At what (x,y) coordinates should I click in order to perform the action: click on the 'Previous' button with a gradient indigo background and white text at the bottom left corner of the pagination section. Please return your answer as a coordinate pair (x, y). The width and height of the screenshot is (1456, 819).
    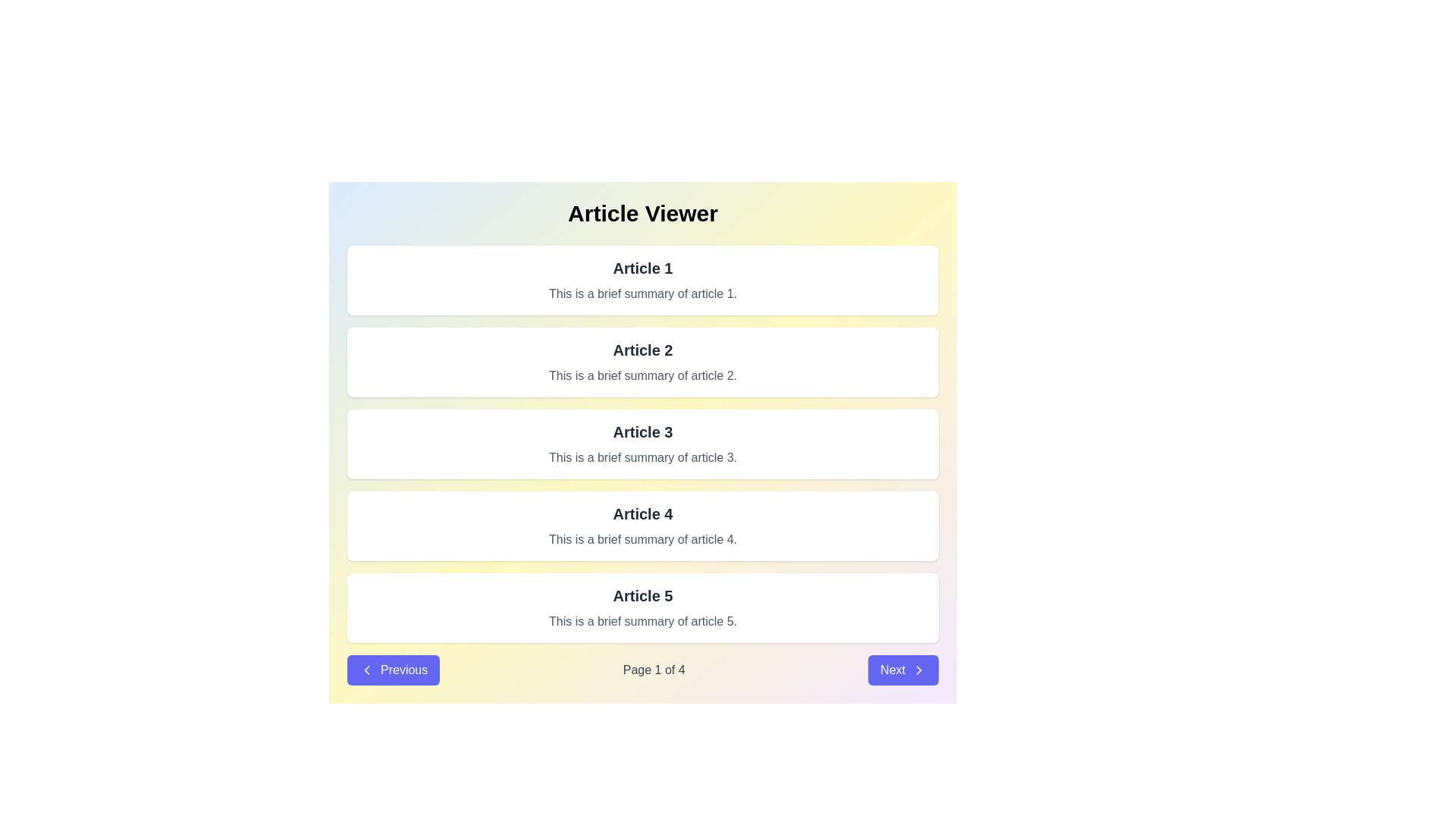
    Looking at the image, I should click on (394, 669).